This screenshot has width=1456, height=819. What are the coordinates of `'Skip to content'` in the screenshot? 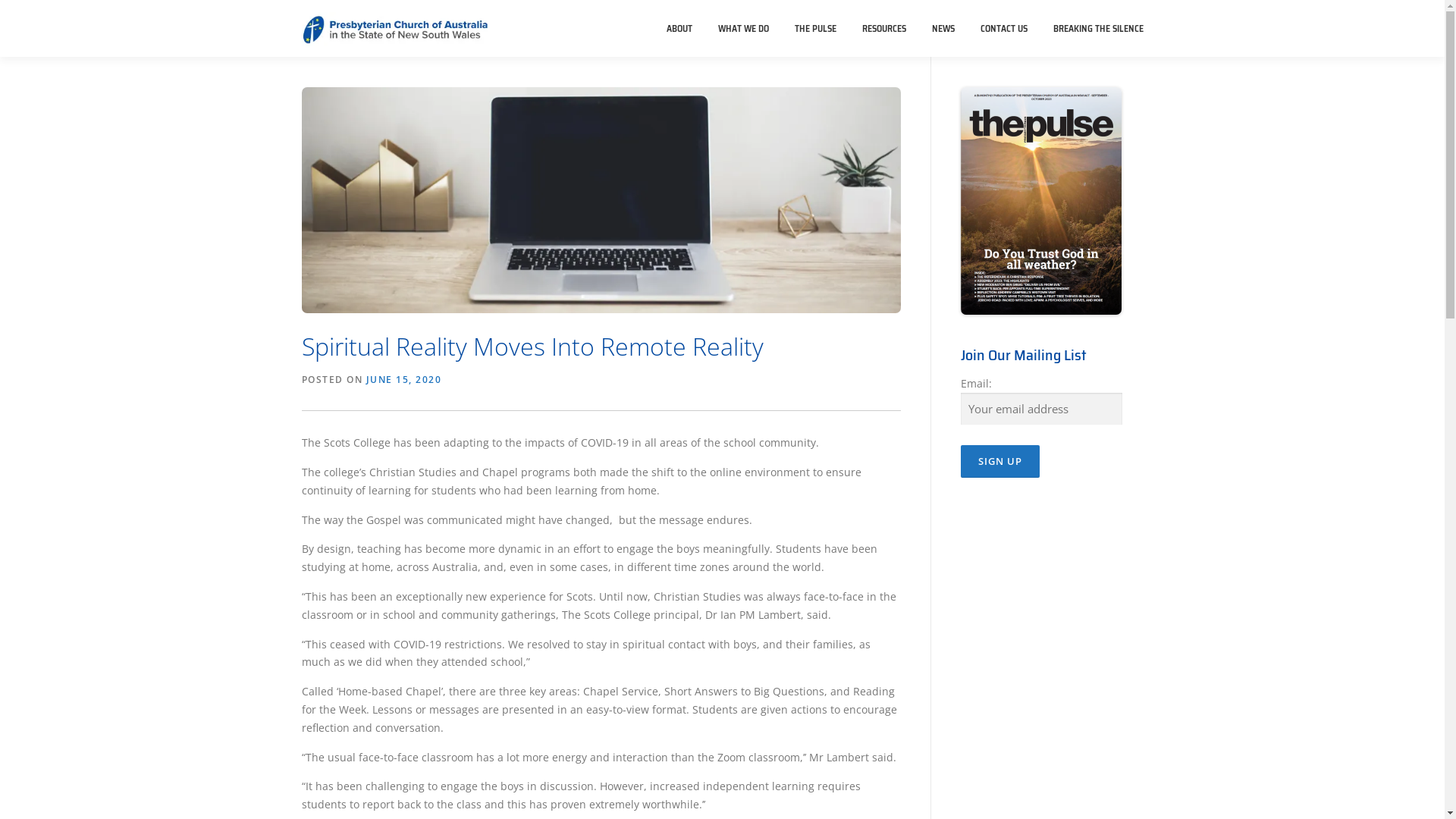 It's located at (37, 8).